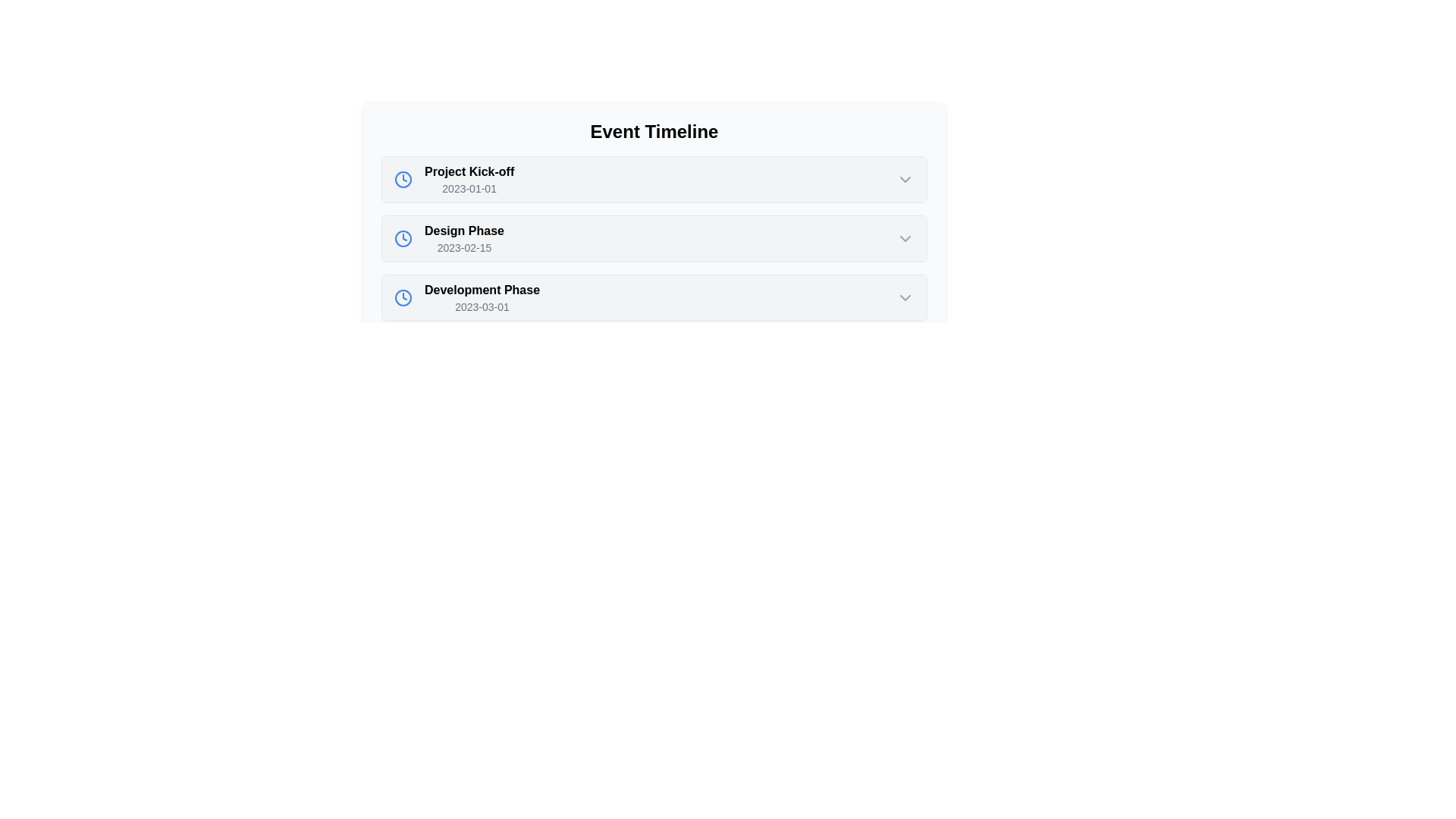 The width and height of the screenshot is (1456, 819). I want to click on the bold text label 'Design Phase' in the timeline interface, so click(463, 231).